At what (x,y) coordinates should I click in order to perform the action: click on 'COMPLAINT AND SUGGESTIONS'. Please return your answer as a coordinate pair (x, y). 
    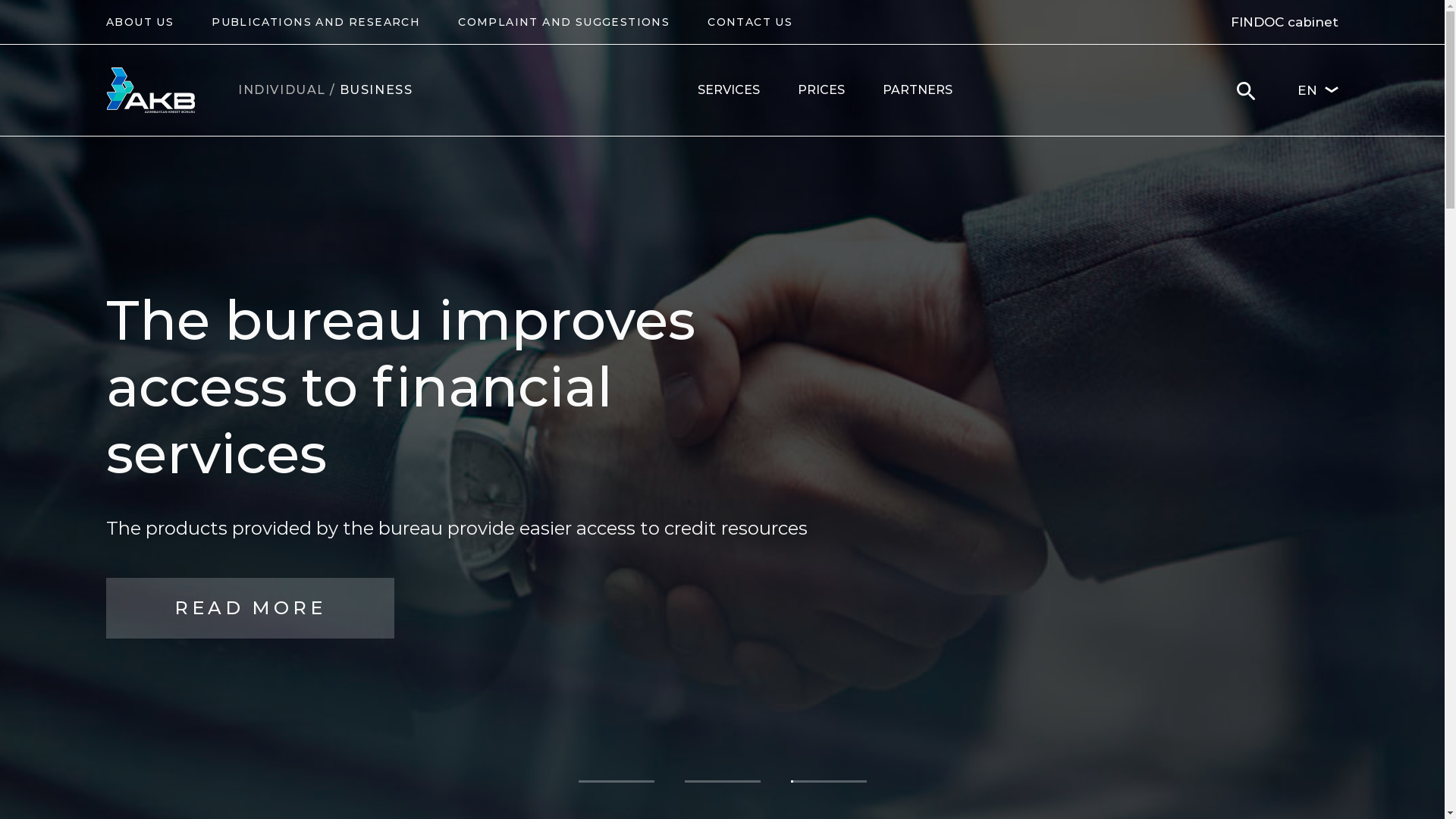
    Looking at the image, I should click on (563, 21).